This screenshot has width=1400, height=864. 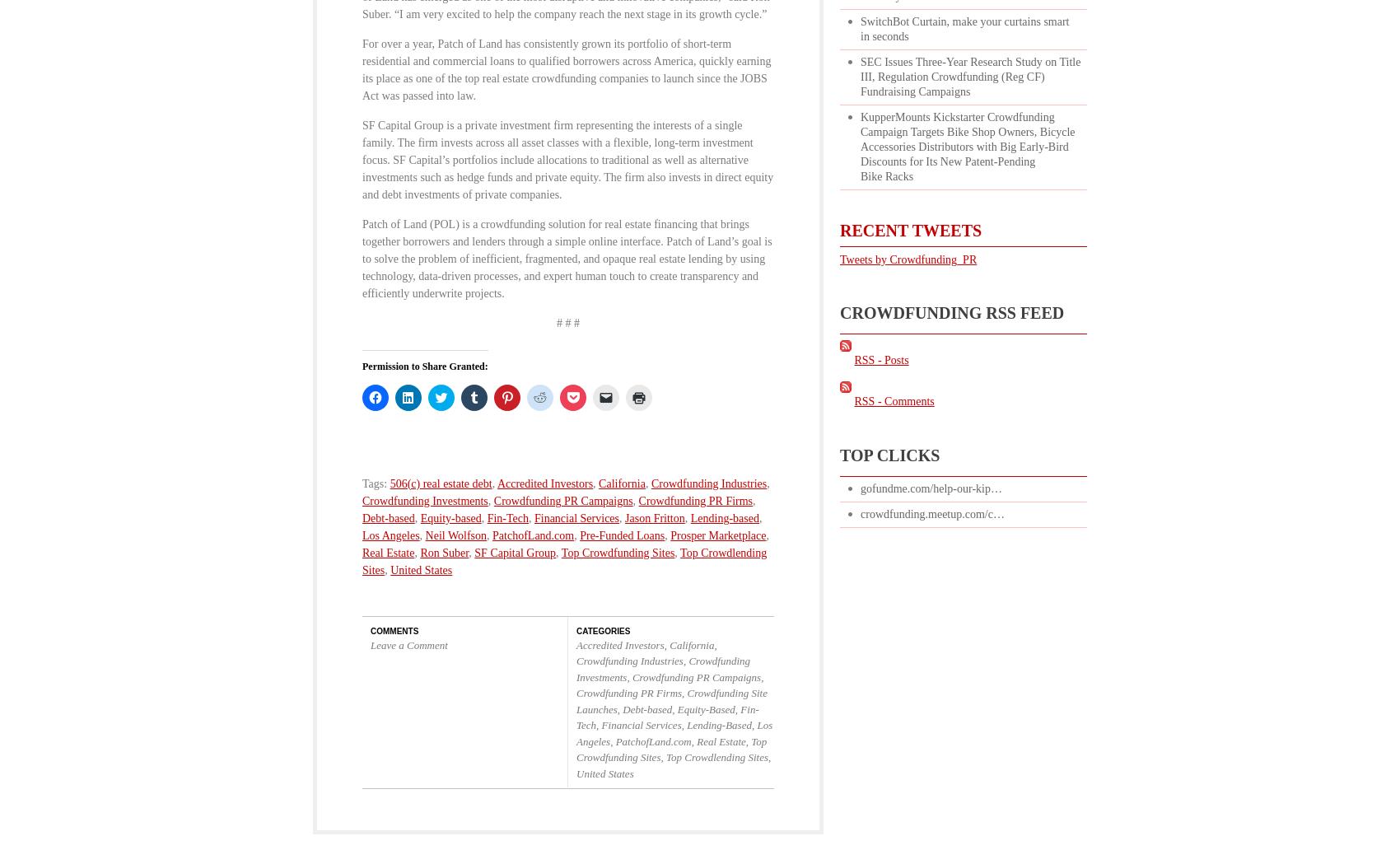 What do you see at coordinates (653, 517) in the screenshot?
I see `'Jason Fritton'` at bounding box center [653, 517].